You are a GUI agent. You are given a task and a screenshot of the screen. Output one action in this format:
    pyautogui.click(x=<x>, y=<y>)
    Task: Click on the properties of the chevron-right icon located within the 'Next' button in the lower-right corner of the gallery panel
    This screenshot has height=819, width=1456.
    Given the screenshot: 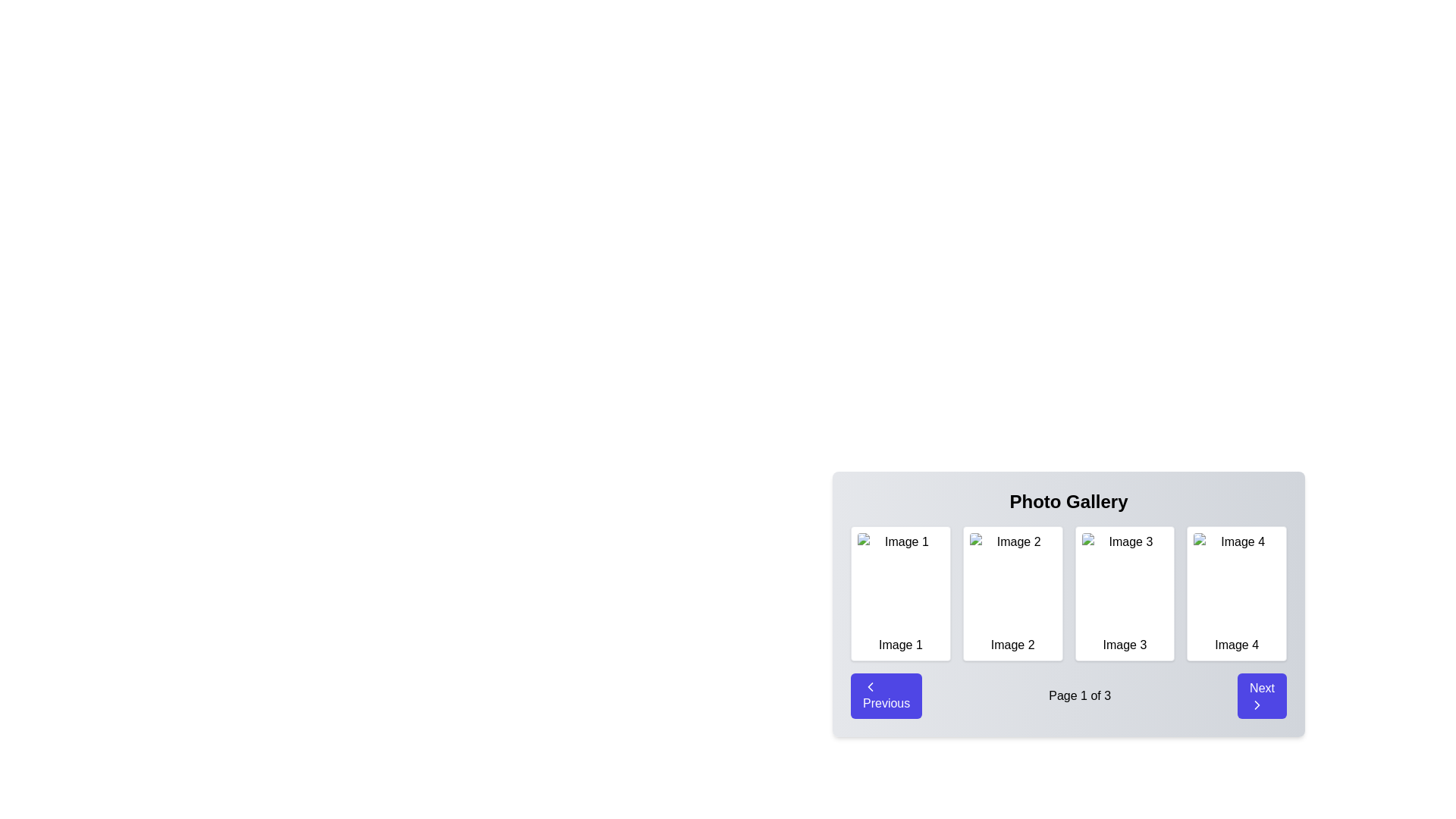 What is the action you would take?
    pyautogui.click(x=1257, y=704)
    